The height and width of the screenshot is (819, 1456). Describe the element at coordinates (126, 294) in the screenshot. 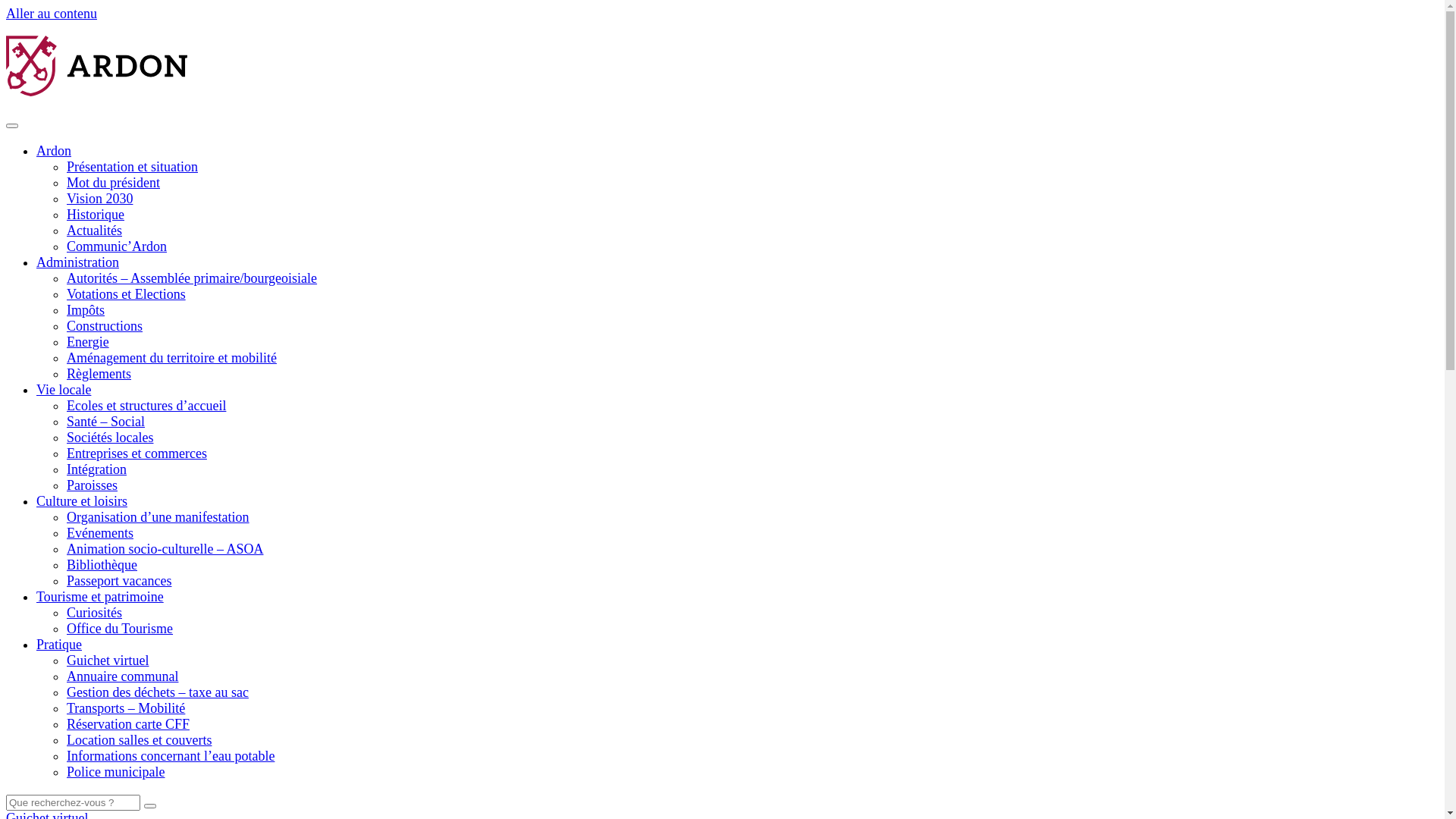

I see `'Votations et Elections'` at that location.